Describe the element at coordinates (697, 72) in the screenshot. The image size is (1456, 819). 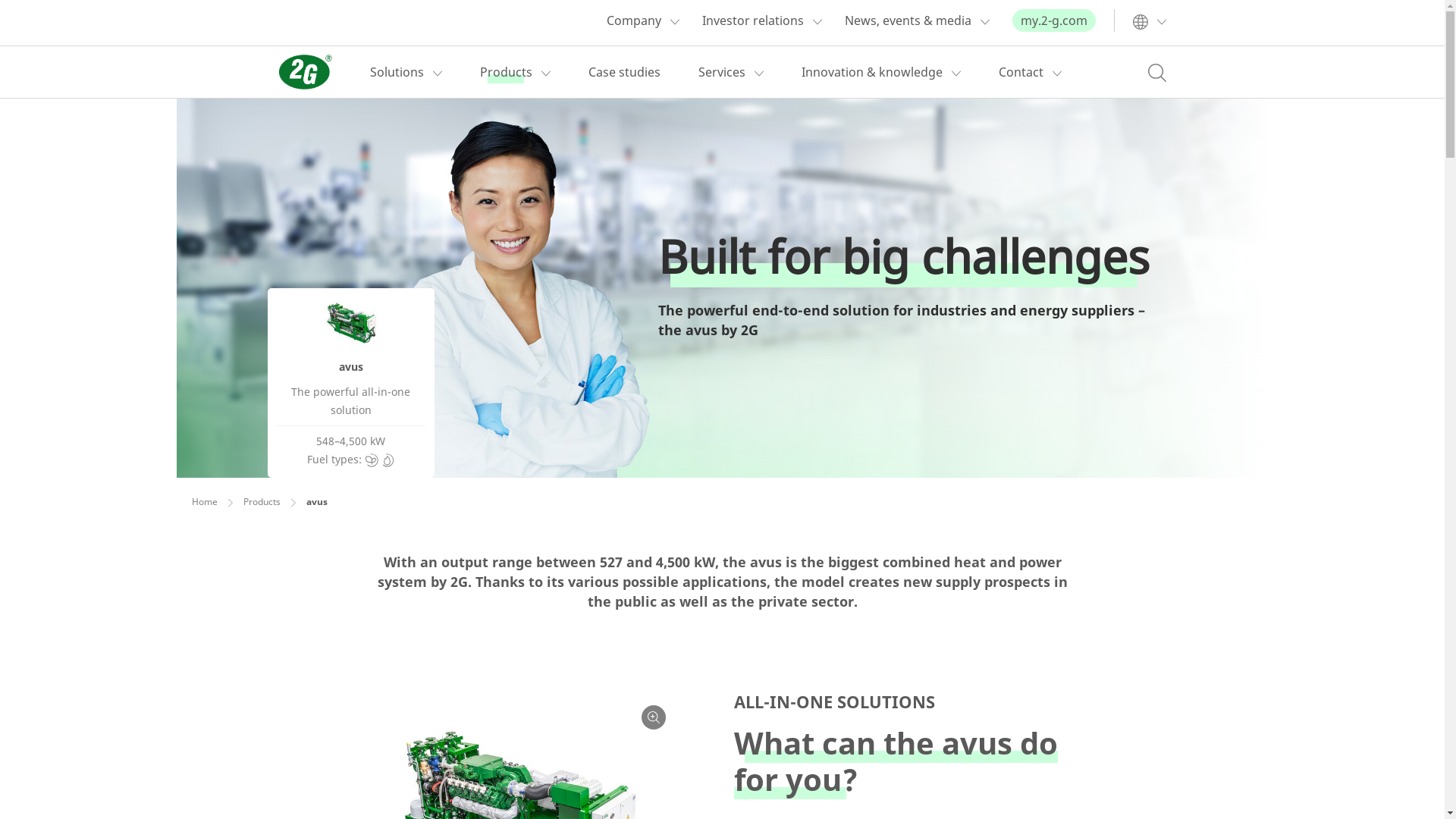
I see `'Services'` at that location.